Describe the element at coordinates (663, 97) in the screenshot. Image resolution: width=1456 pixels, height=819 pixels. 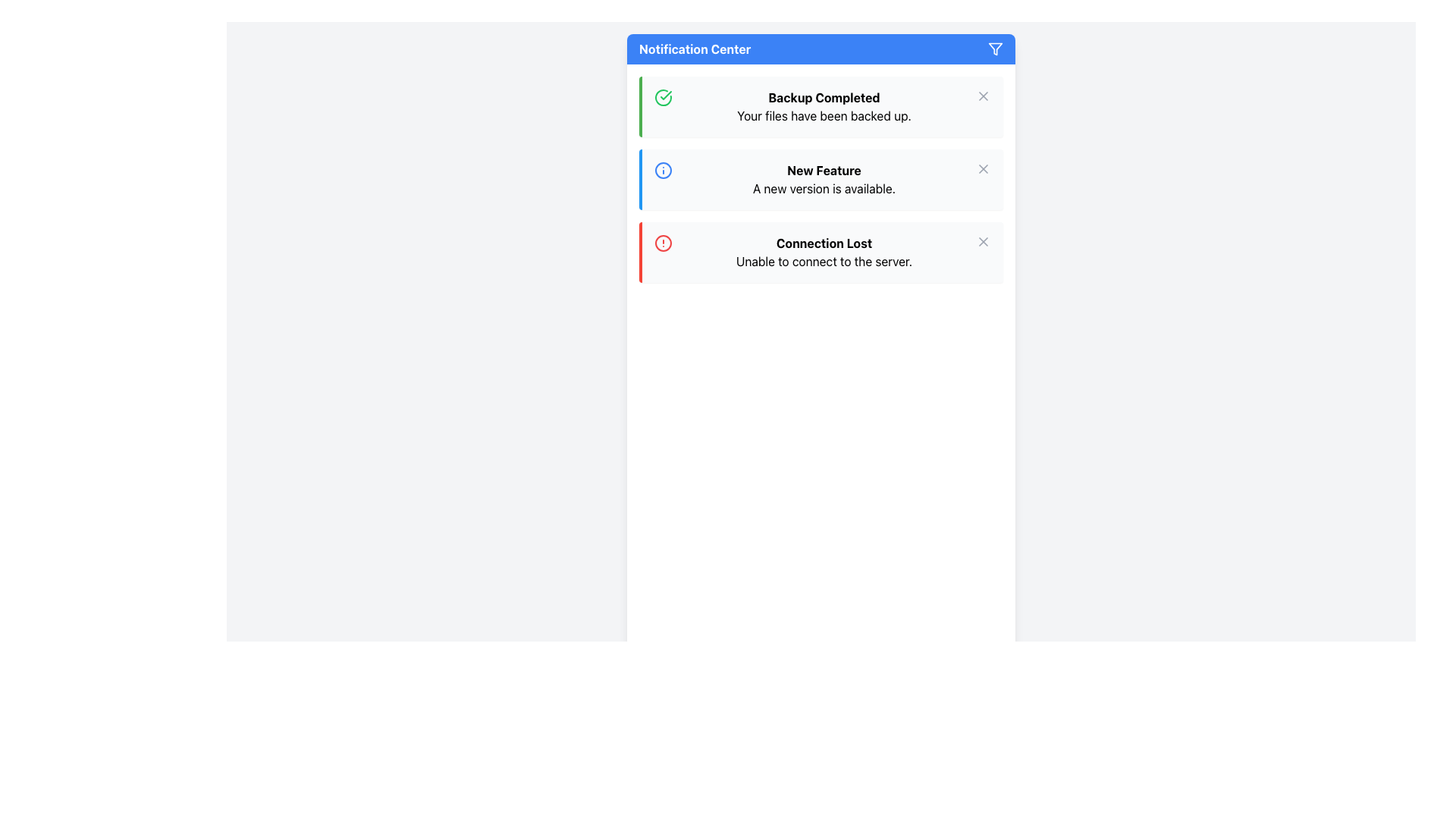
I see `the green circular icon with a checkmark, located to the left of the 'Backup Completed' notification entry` at that location.